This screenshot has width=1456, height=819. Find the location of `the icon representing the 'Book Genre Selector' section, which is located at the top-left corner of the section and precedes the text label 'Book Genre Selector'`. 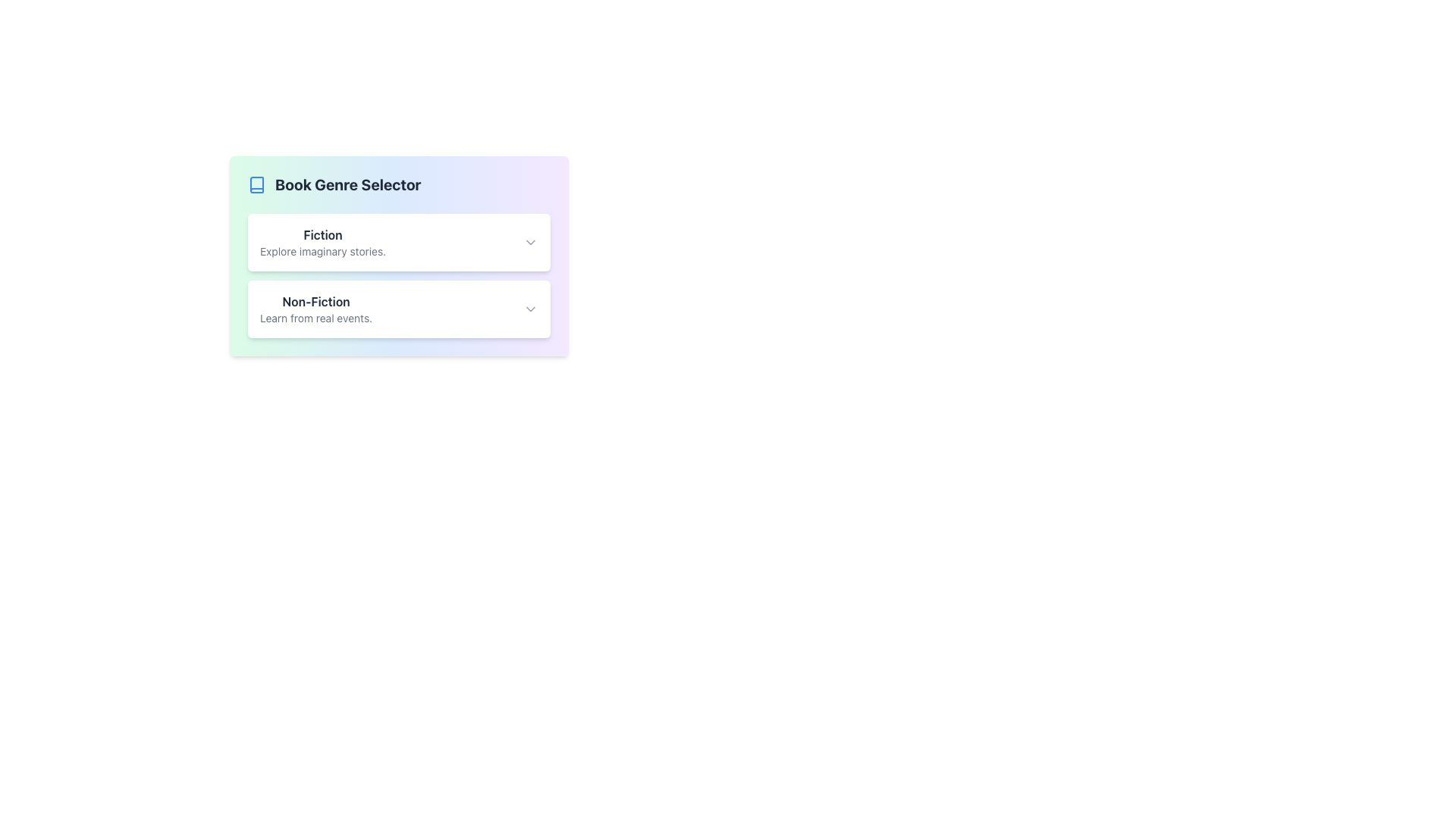

the icon representing the 'Book Genre Selector' section, which is located at the top-left corner of the section and precedes the text label 'Book Genre Selector' is located at coordinates (257, 184).